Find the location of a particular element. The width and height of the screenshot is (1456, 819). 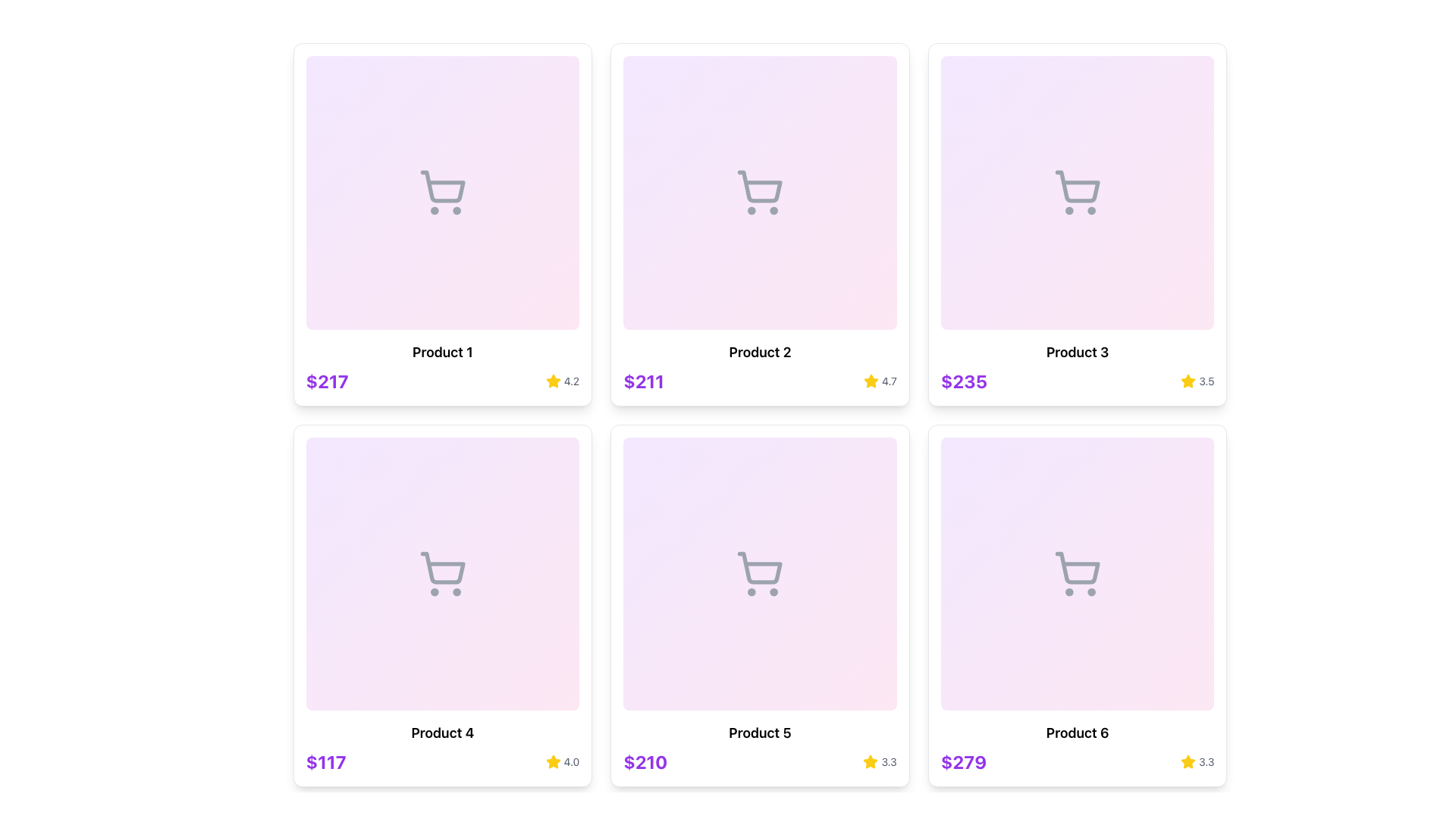

the yellow star icon indicating the rating or favorite marker for 'Product 3' located in the bottom-right corner of the card, adjacent to the text '3.5' is located at coordinates (1188, 380).